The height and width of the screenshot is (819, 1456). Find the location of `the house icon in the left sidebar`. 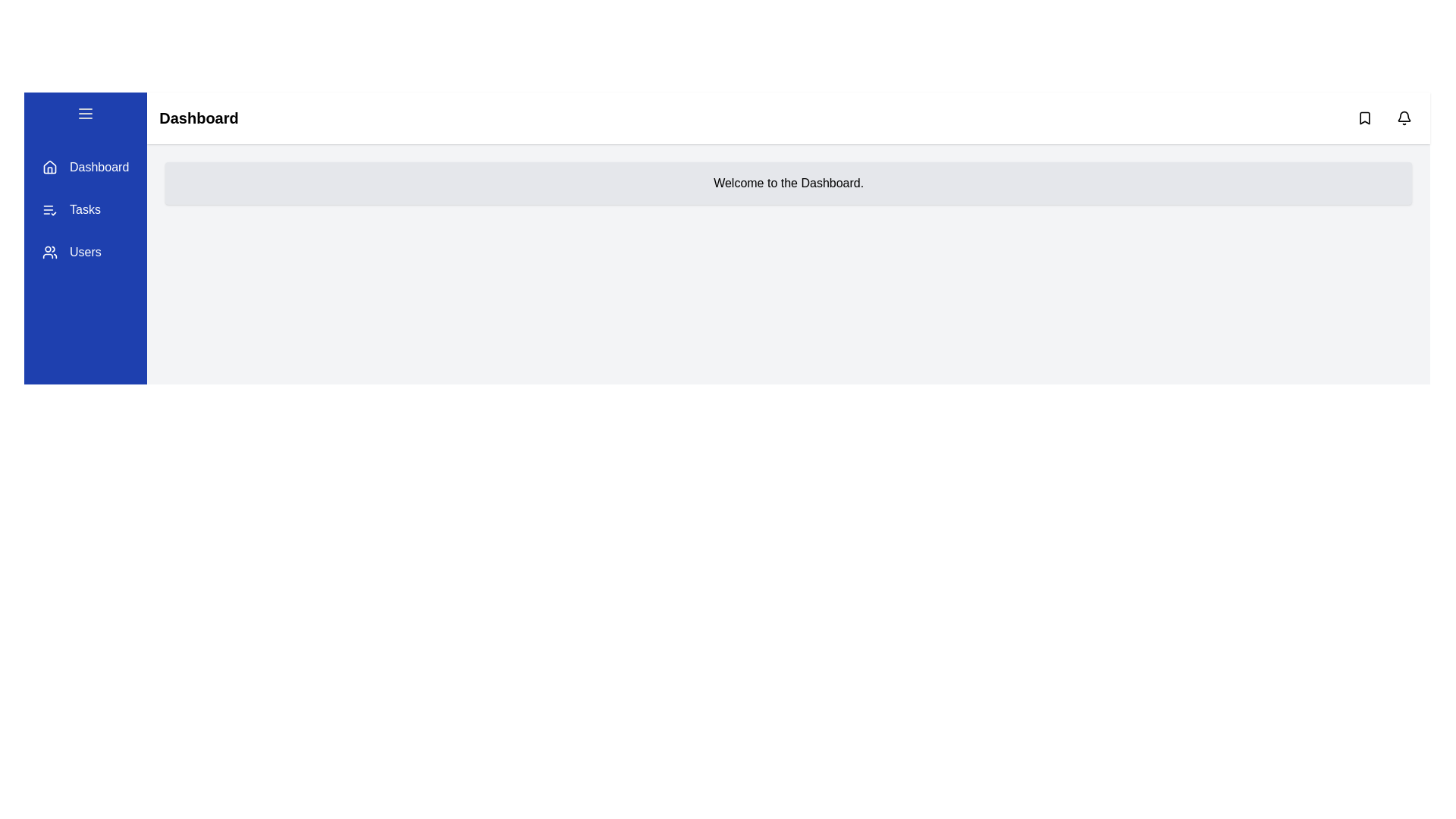

the house icon in the left sidebar is located at coordinates (50, 167).